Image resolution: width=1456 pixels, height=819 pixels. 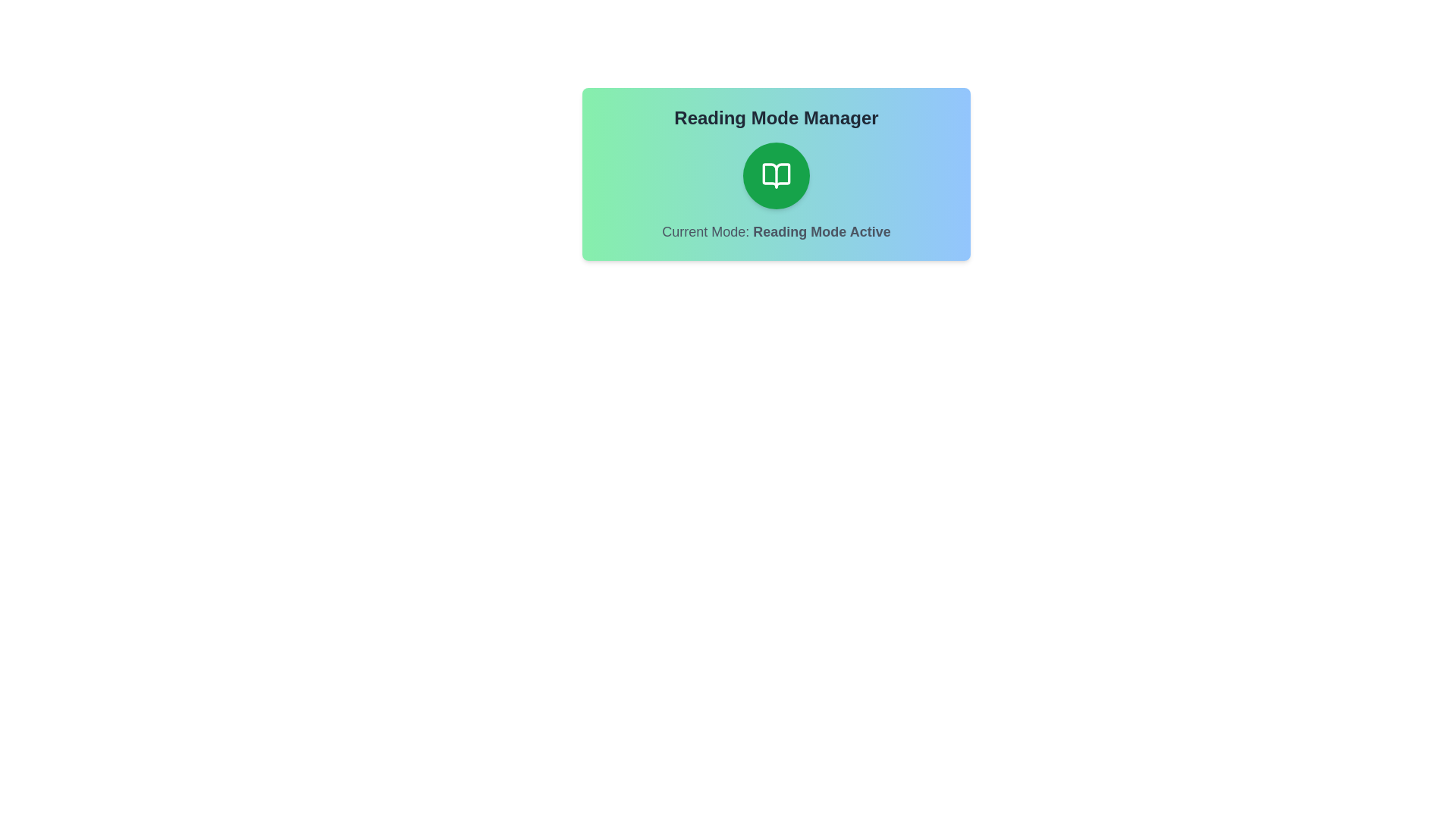 I want to click on the toggle button to switch the reading mode, so click(x=776, y=174).